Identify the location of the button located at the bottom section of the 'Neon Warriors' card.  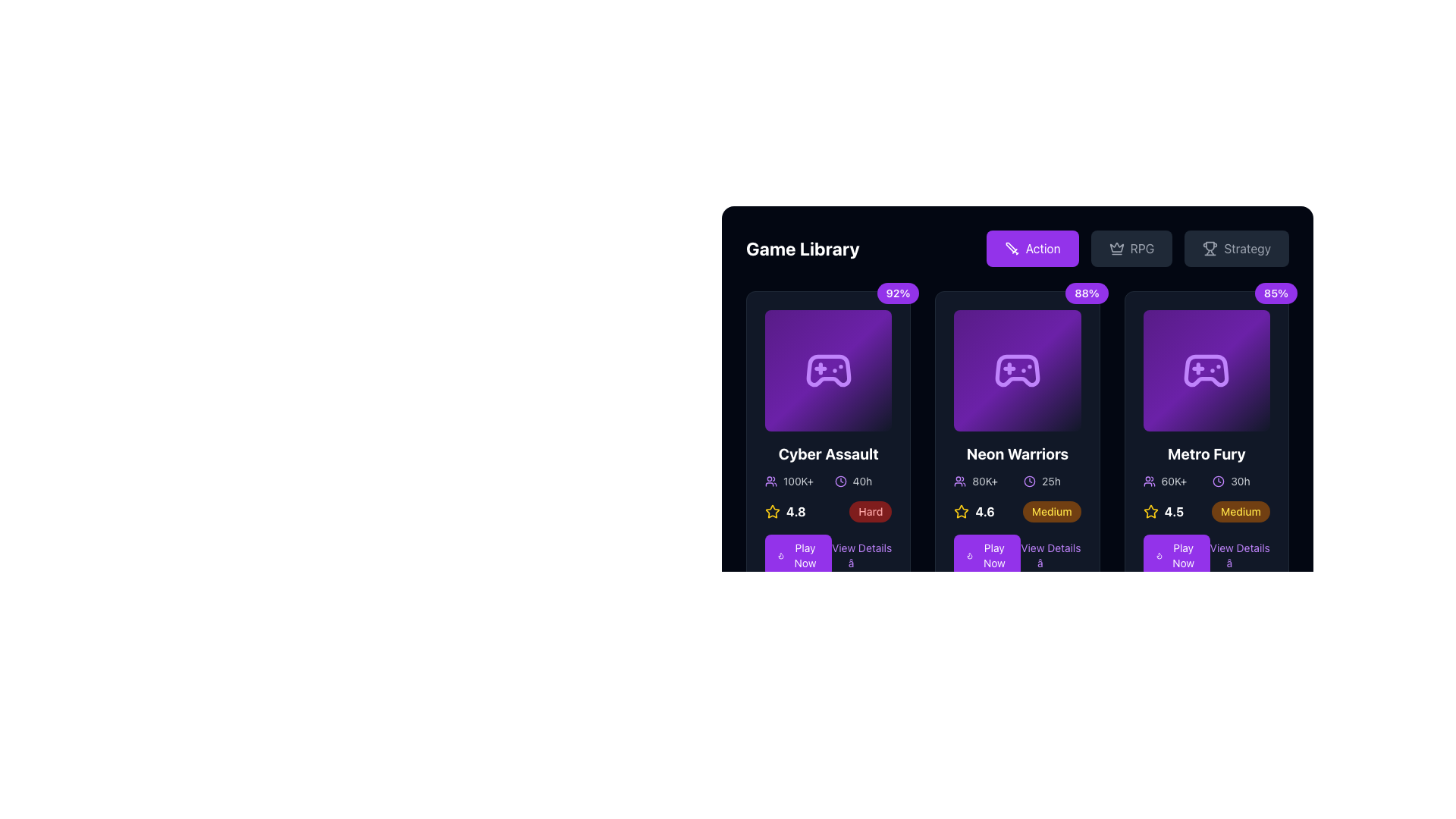
(987, 555).